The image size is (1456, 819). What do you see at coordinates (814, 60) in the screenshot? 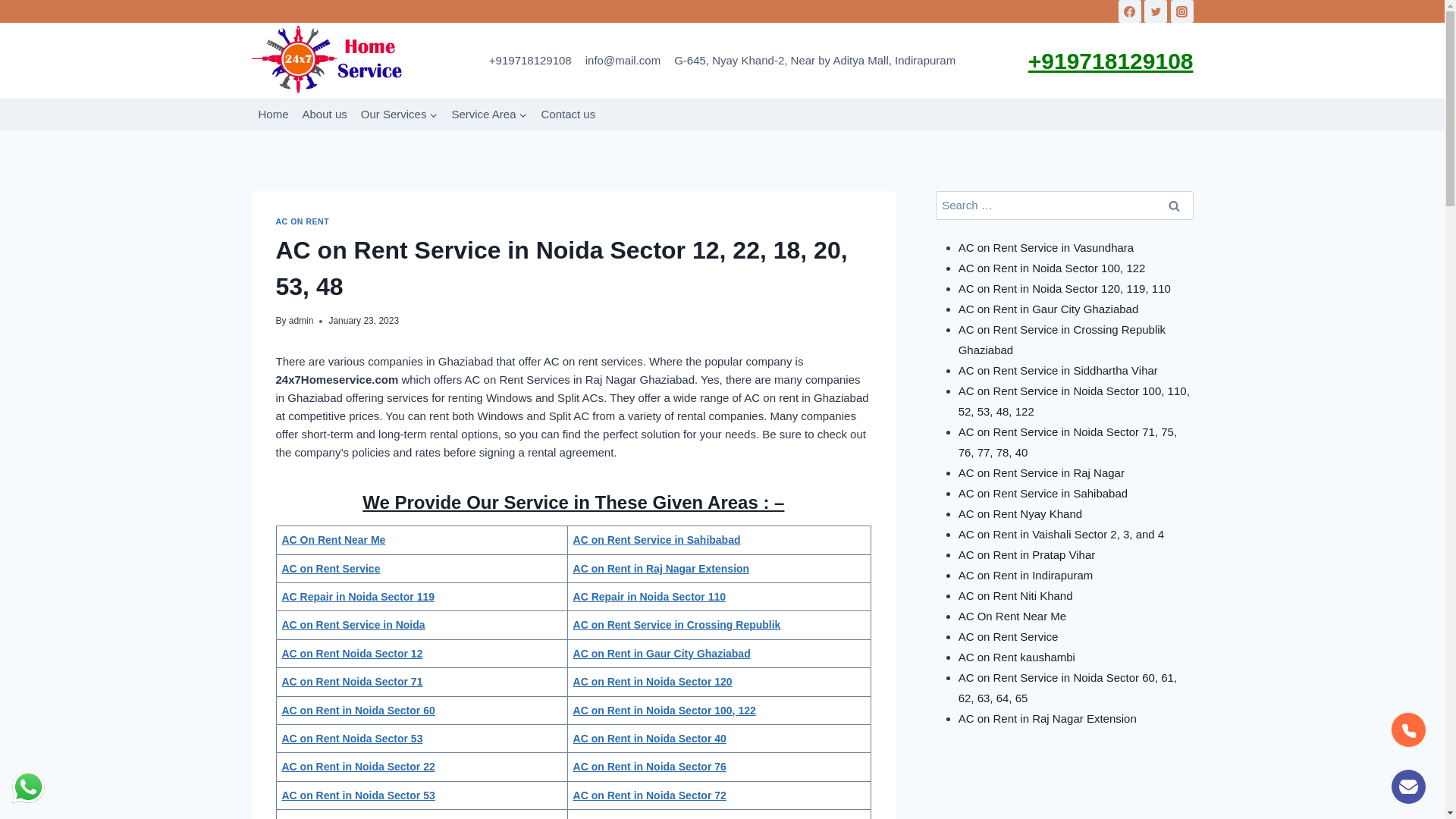
I see `'G-645, Nyay Khand-2, Near by Aditya Mall, Indirapuram'` at bounding box center [814, 60].